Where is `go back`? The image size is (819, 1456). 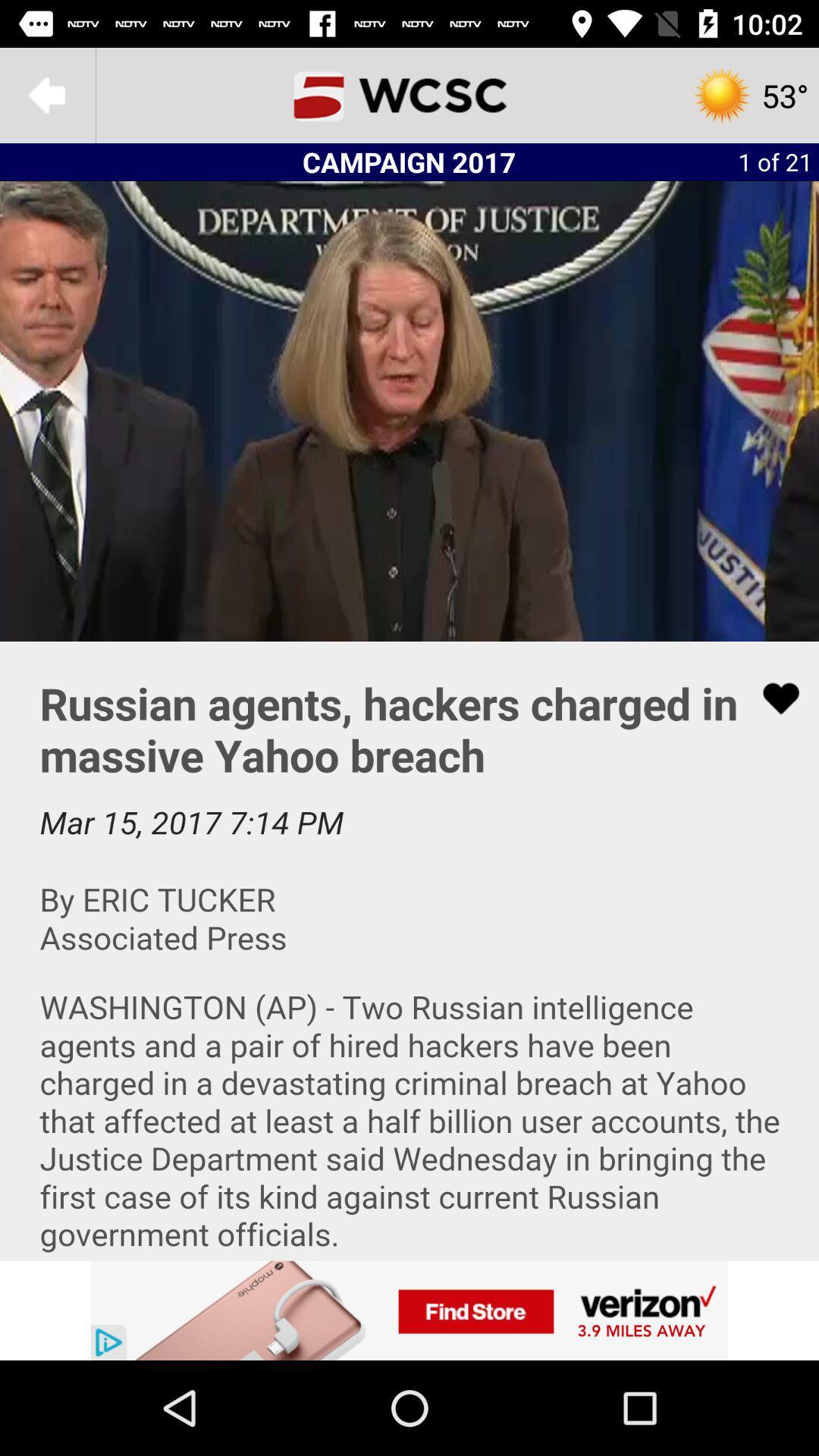
go back is located at coordinates (46, 94).